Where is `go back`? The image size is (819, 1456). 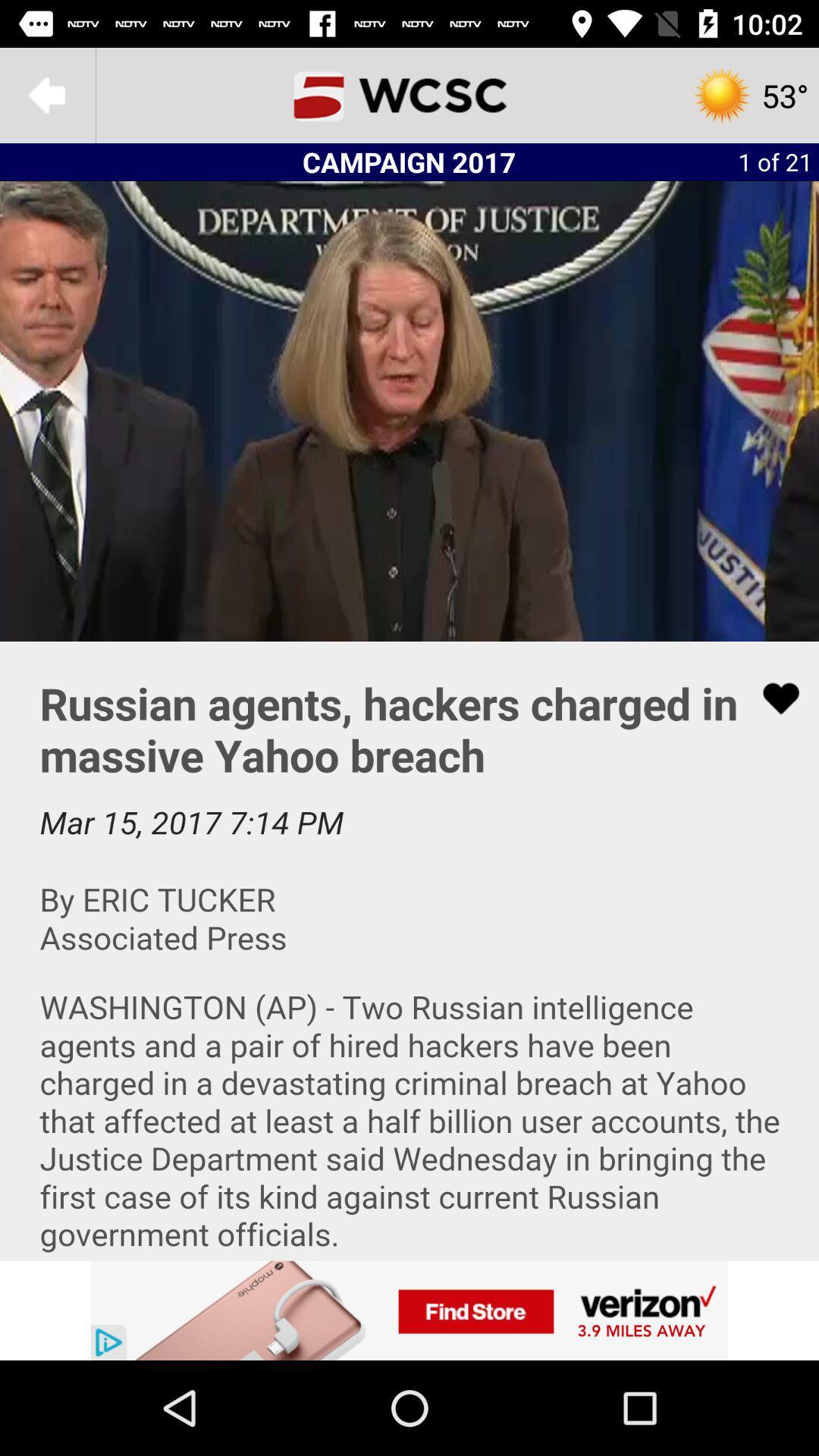
go back is located at coordinates (46, 94).